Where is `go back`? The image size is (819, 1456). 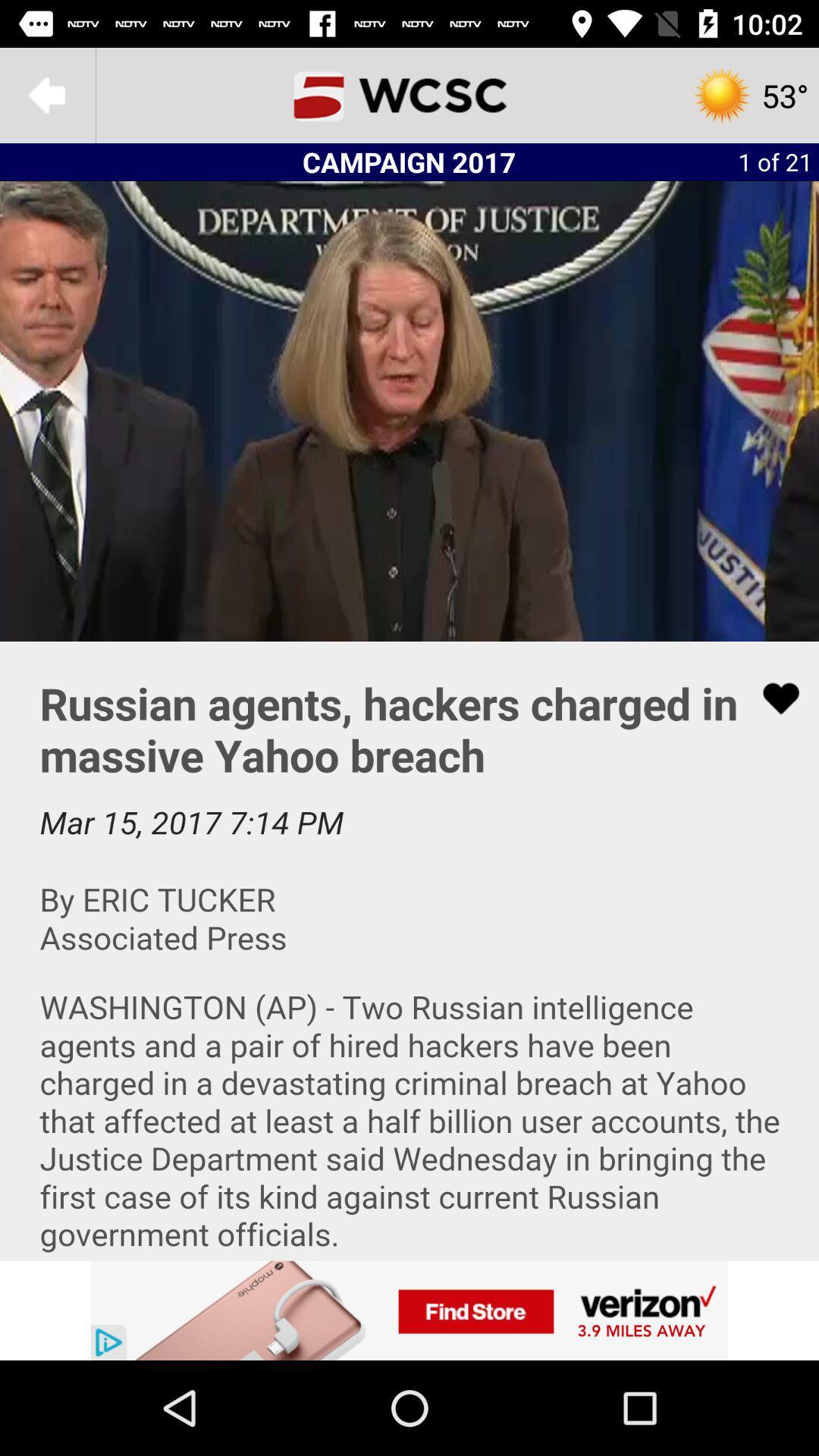
go back is located at coordinates (46, 94).